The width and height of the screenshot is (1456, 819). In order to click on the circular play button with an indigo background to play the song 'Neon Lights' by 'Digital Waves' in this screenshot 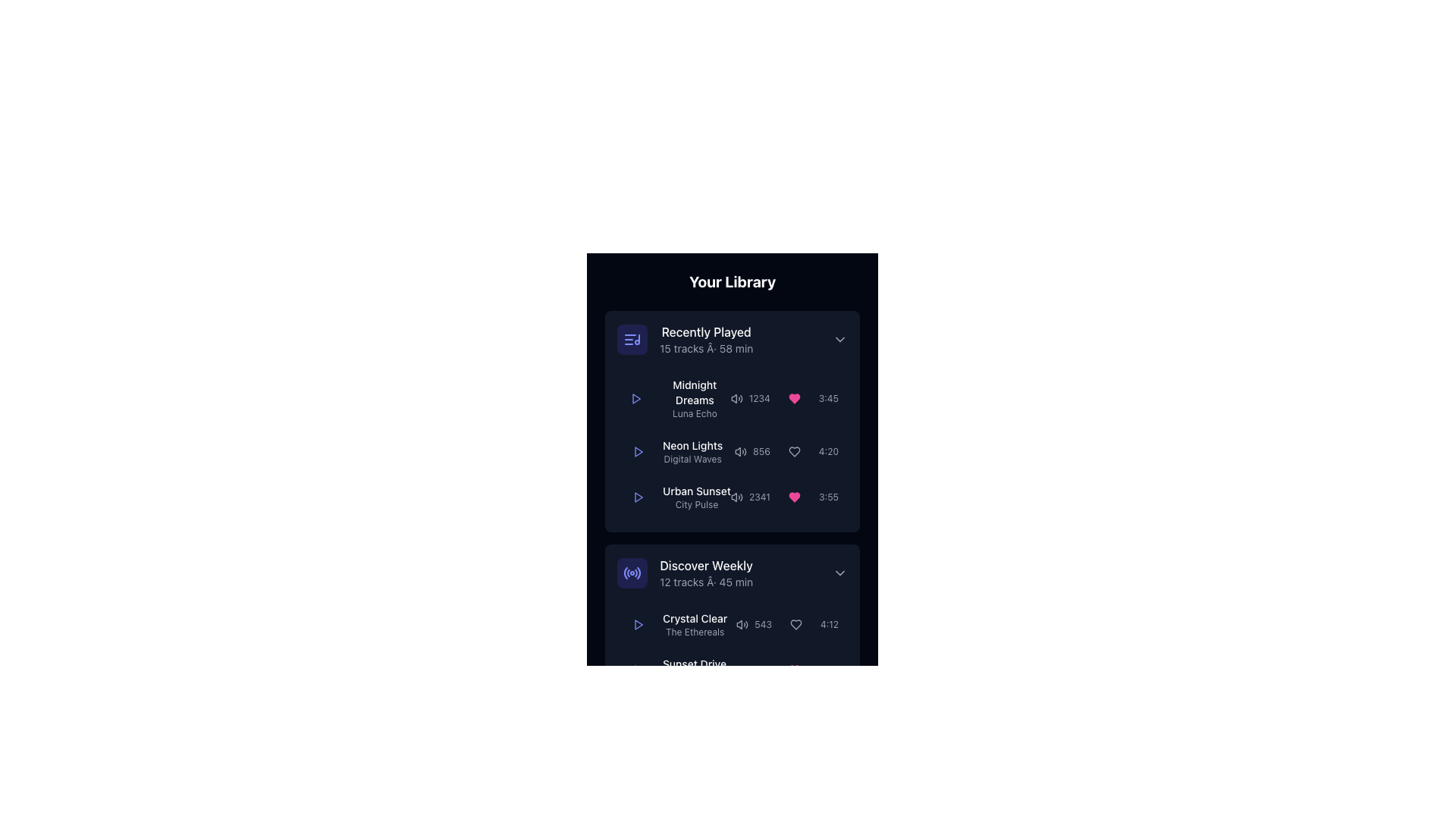, I will do `click(638, 451)`.